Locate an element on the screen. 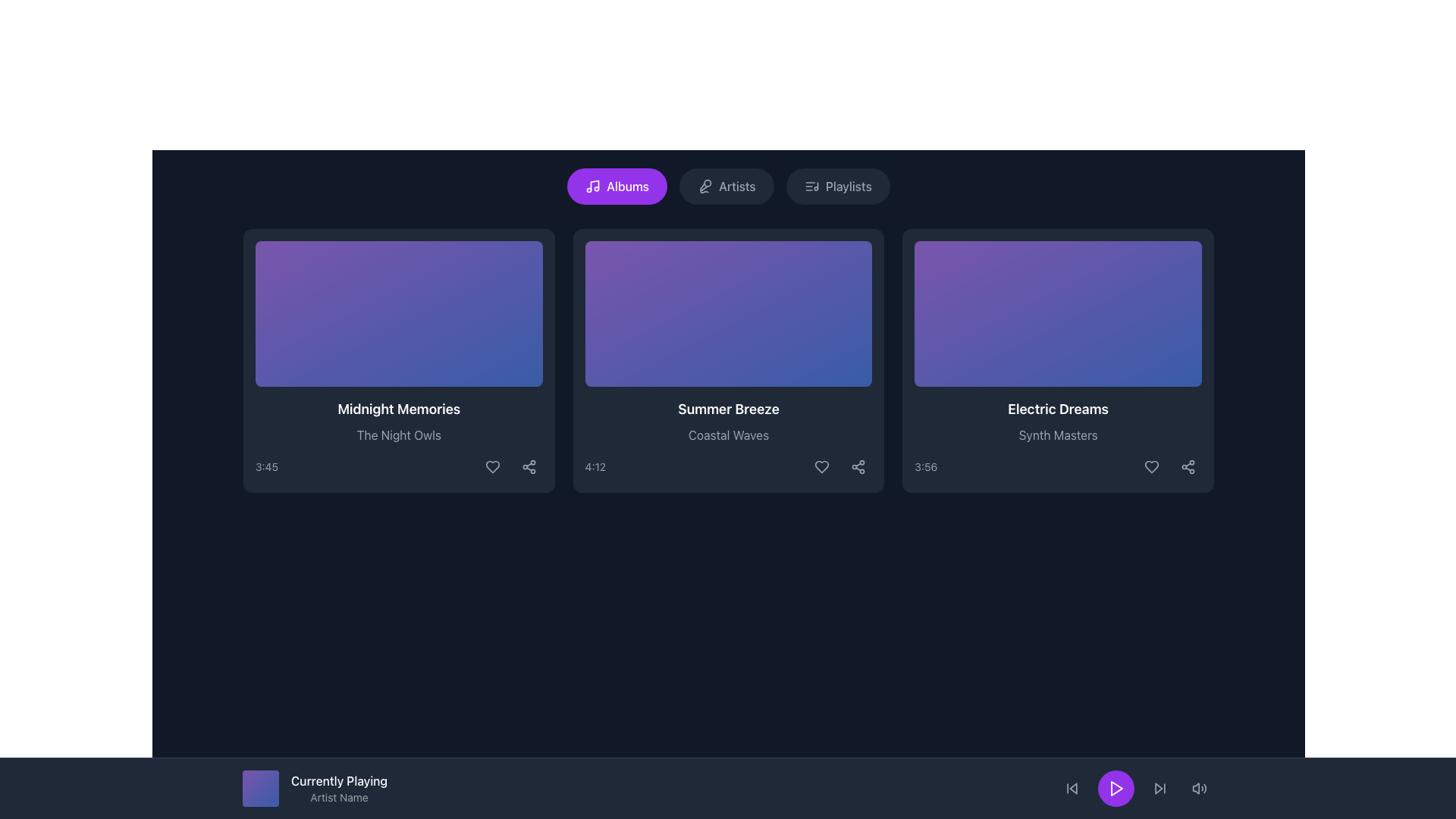  the play icon button, which is a circular button with a purple background containing a triangle play symbol, located at the bottom center of the interface near the playback controls, to initiate play is located at coordinates (1116, 788).